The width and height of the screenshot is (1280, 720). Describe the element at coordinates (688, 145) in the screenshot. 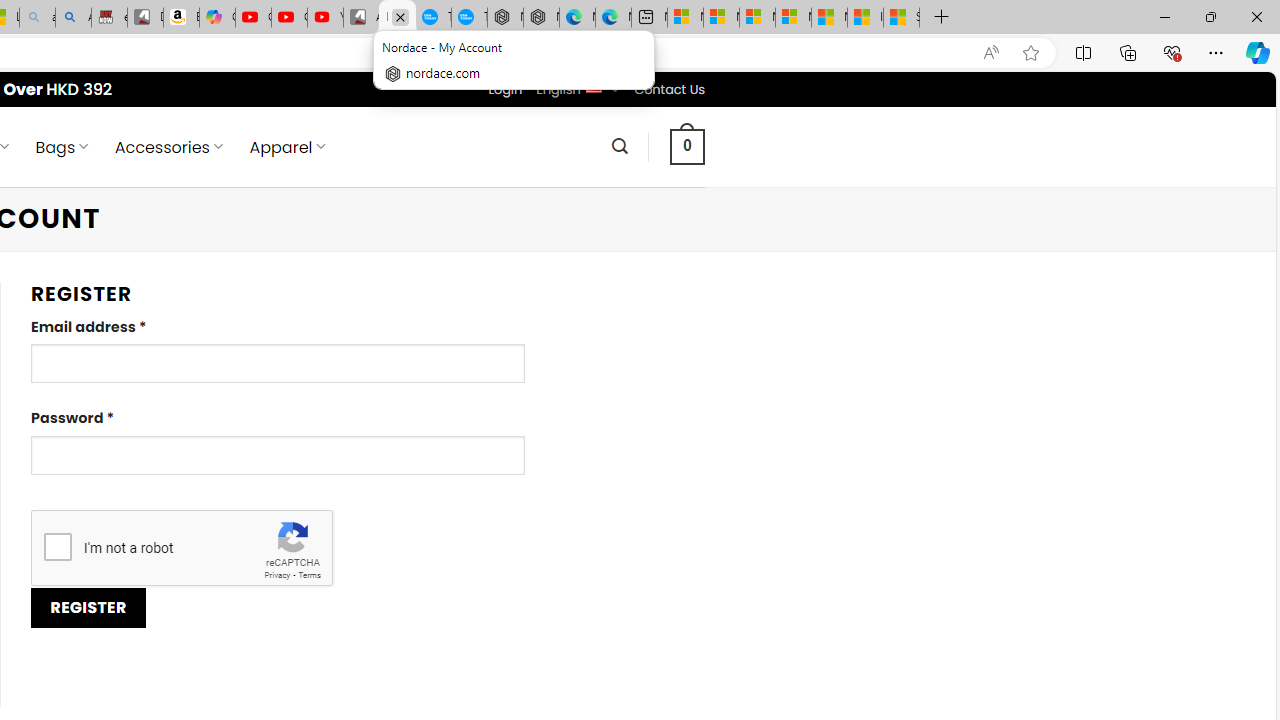

I see `' 0 '` at that location.